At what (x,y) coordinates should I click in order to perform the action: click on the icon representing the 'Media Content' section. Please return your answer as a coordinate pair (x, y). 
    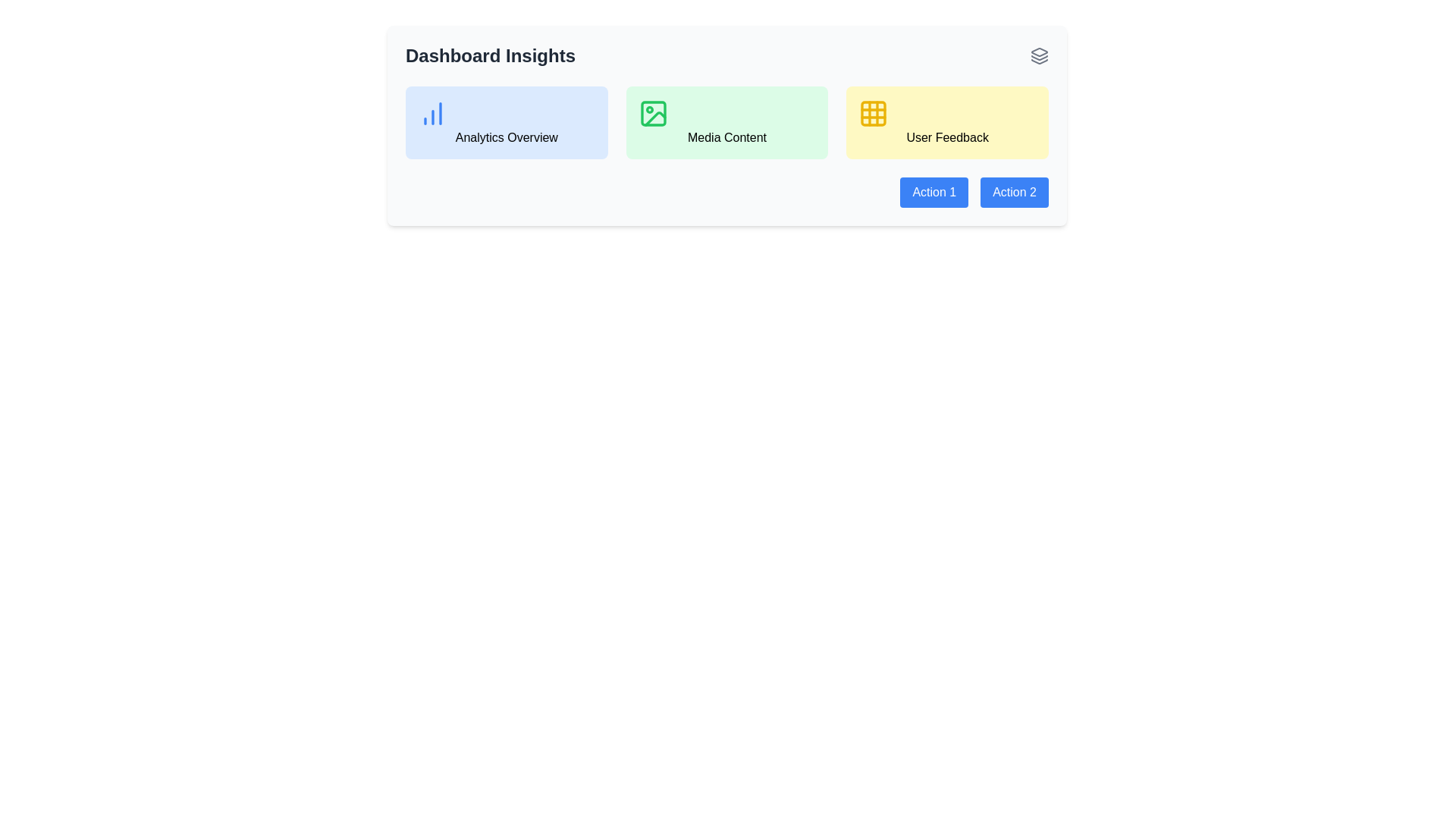
    Looking at the image, I should click on (653, 113).